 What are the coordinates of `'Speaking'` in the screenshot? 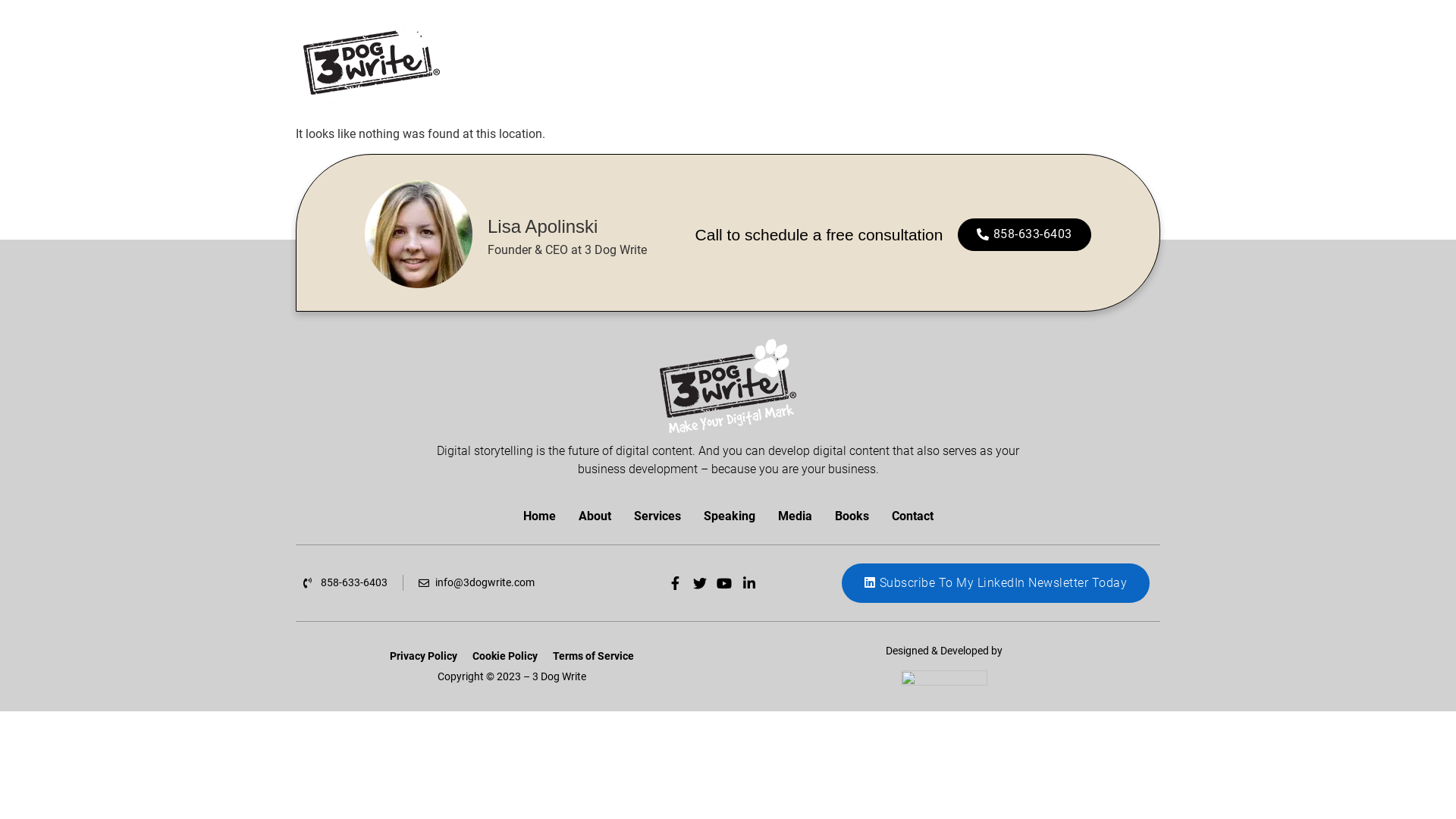 It's located at (728, 516).